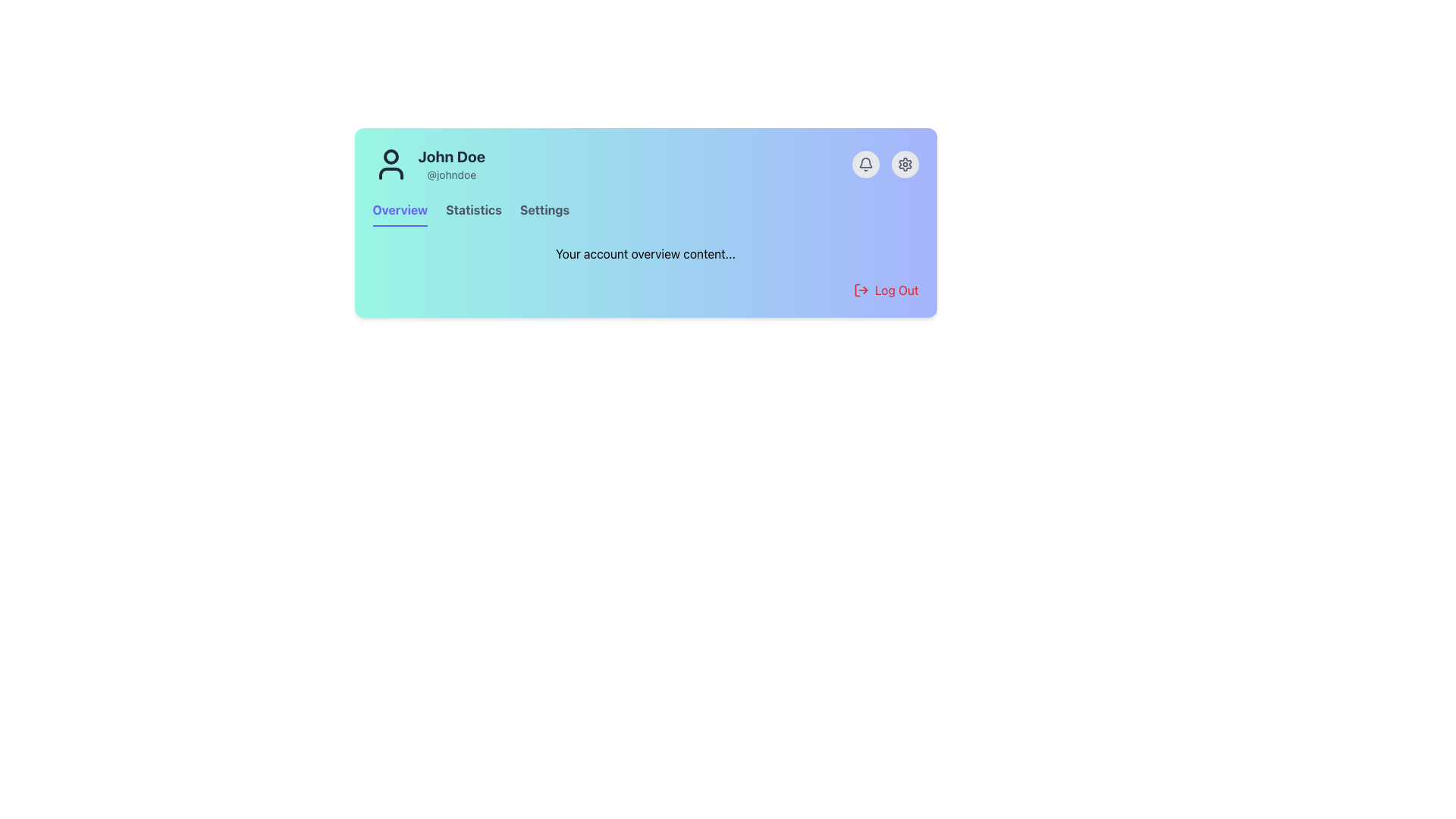  Describe the element at coordinates (861, 290) in the screenshot. I see `the 'log out' icon, which resembles a door with an outward arrow, located next to the 'Log Out' text in the top-right corner of the interface` at that location.